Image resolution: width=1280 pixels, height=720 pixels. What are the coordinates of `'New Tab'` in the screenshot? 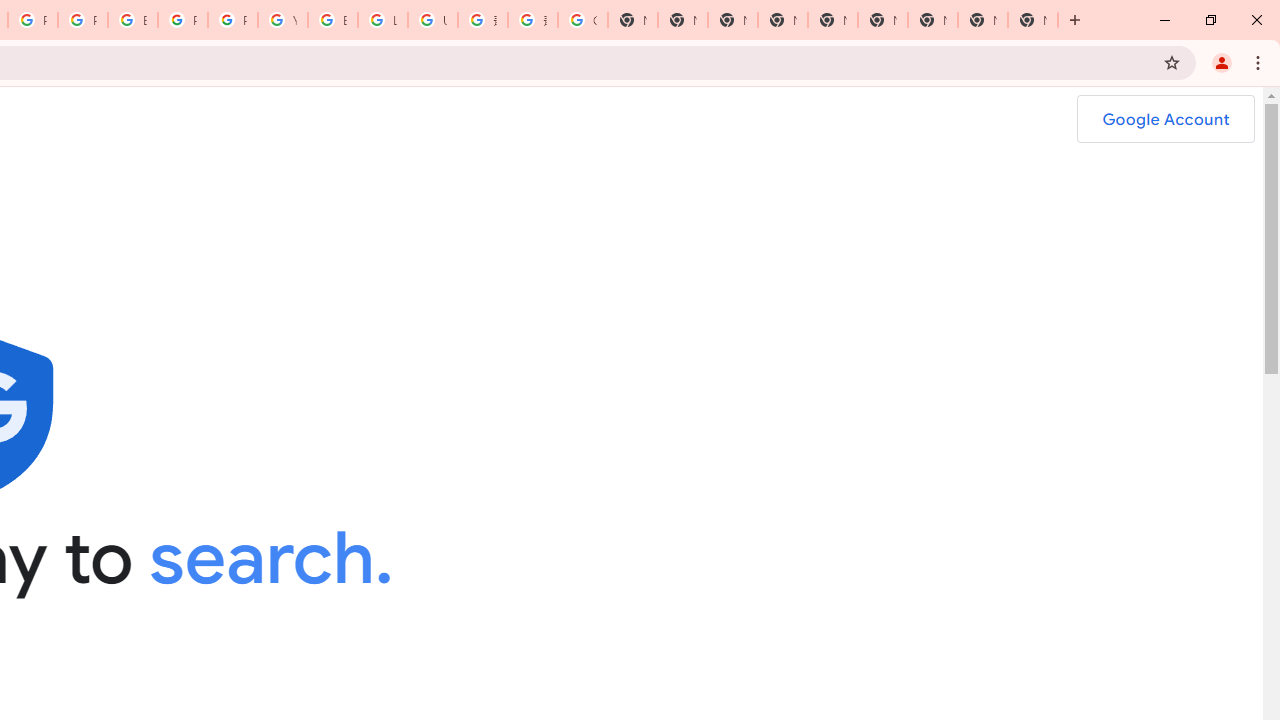 It's located at (781, 20).